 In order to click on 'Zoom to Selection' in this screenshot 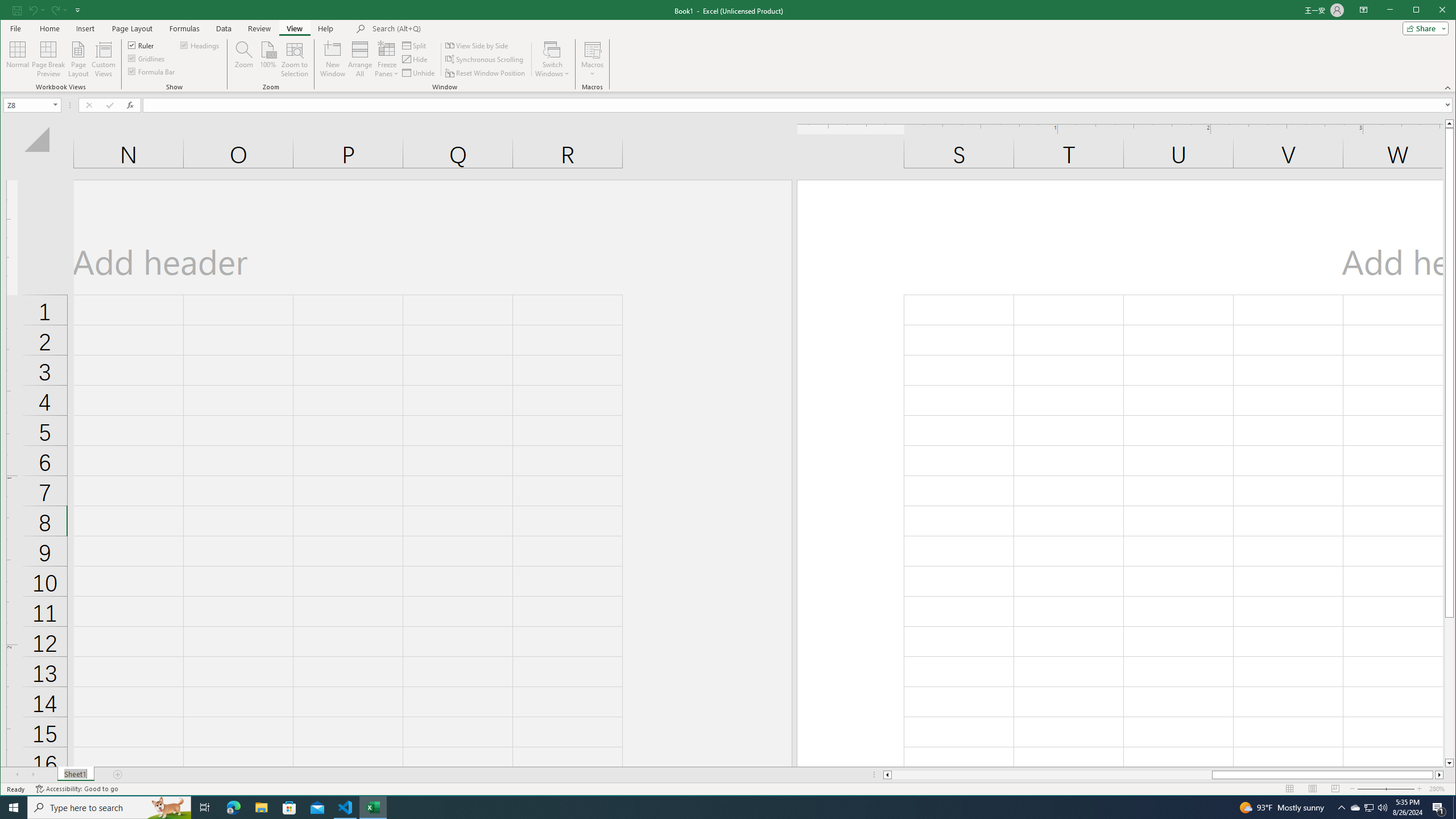, I will do `click(294, 59)`.